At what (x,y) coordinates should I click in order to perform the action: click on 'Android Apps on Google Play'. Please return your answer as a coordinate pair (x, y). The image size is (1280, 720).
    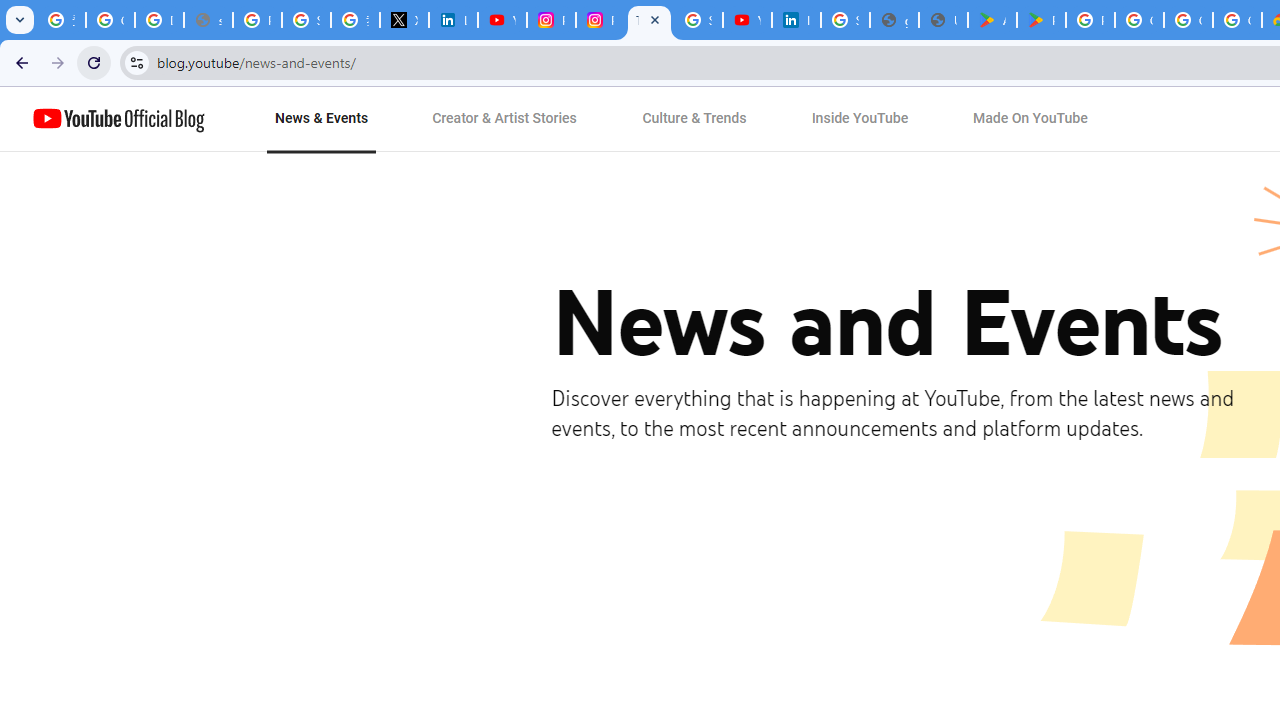
    Looking at the image, I should click on (992, 20).